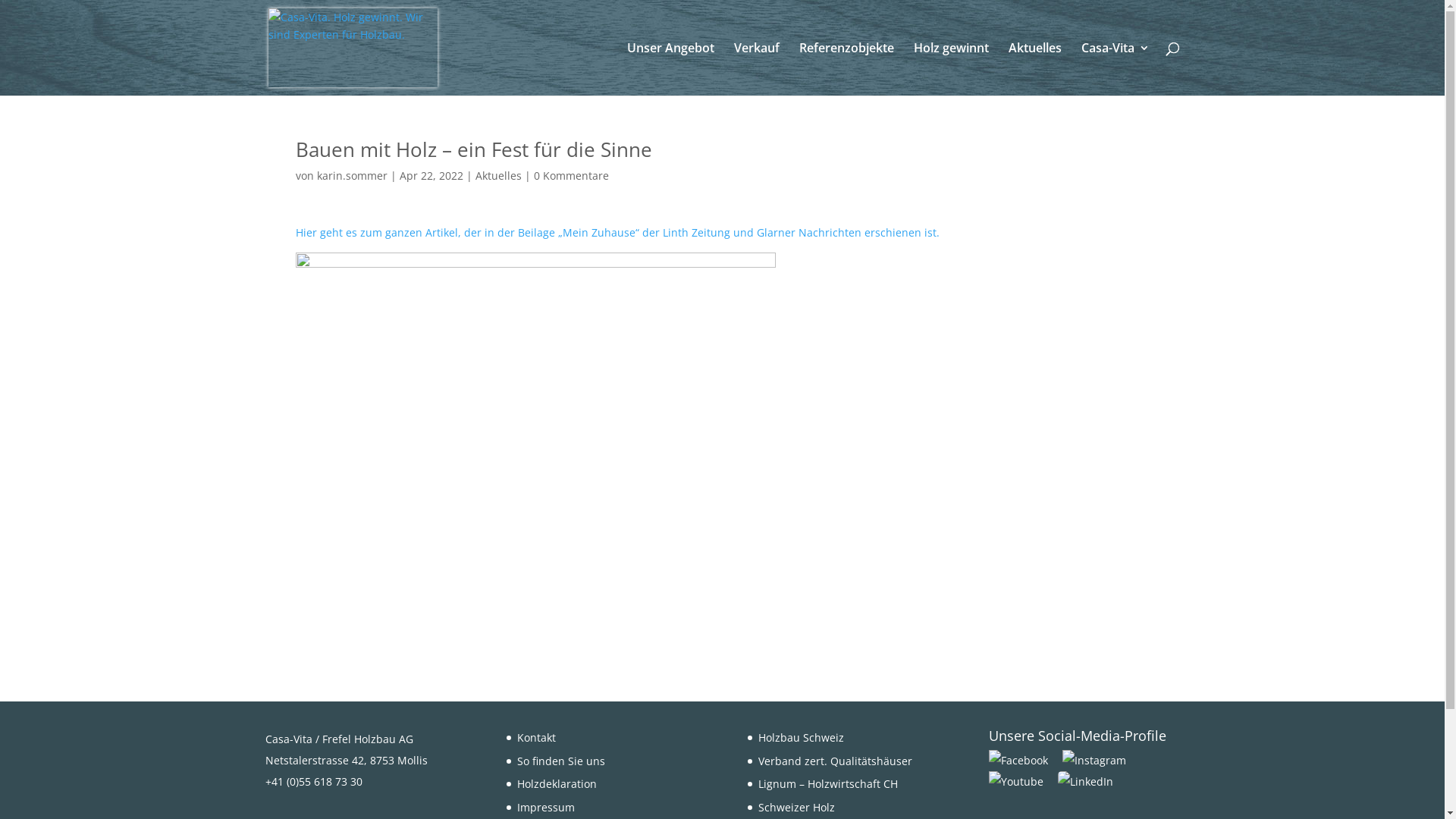 This screenshot has height=819, width=1456. What do you see at coordinates (1021, 781) in the screenshot?
I see `'Youtube'` at bounding box center [1021, 781].